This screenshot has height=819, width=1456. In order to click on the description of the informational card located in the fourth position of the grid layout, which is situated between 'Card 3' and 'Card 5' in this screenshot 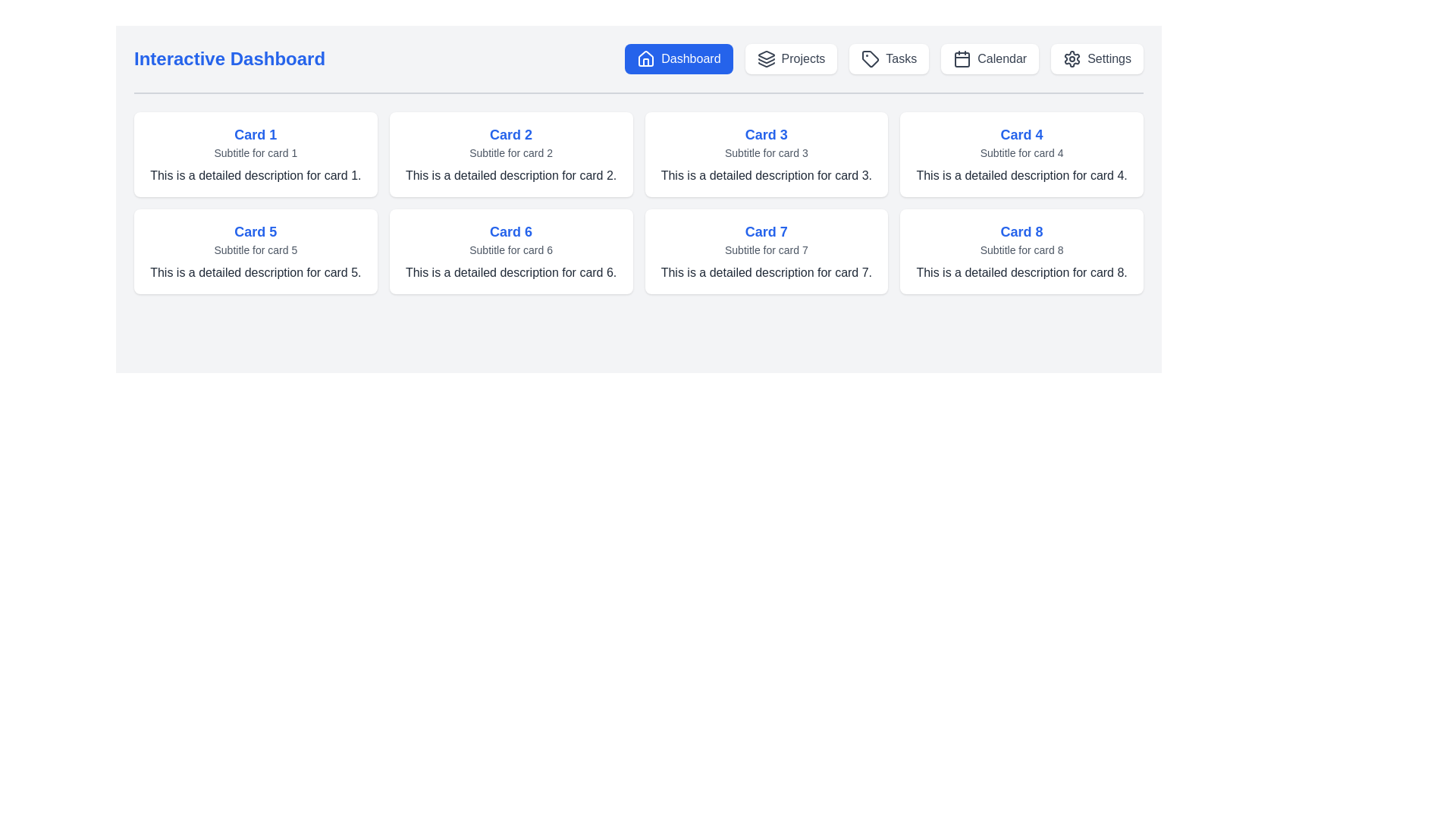, I will do `click(1021, 155)`.